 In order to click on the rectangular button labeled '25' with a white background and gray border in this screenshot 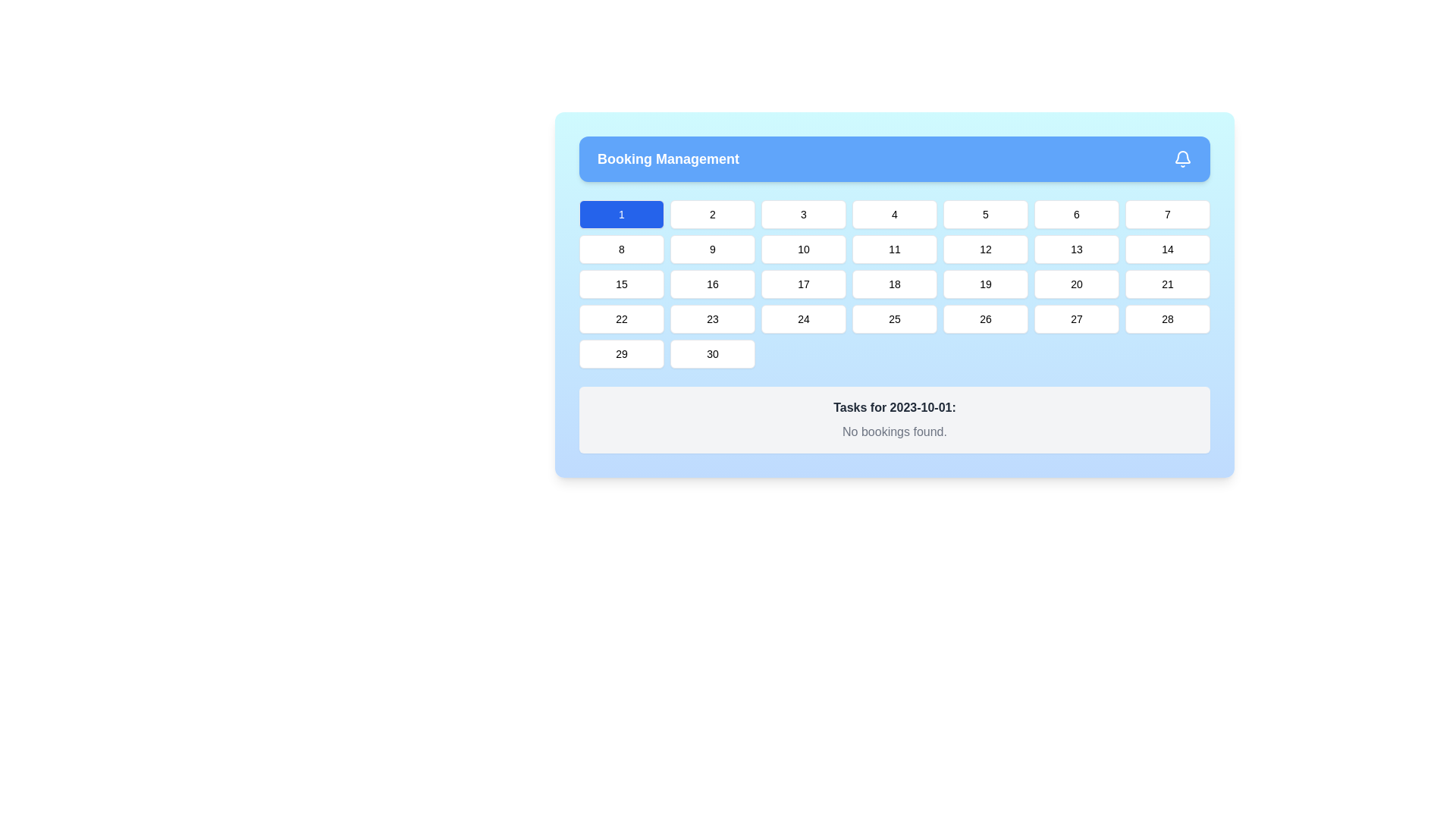, I will do `click(895, 318)`.